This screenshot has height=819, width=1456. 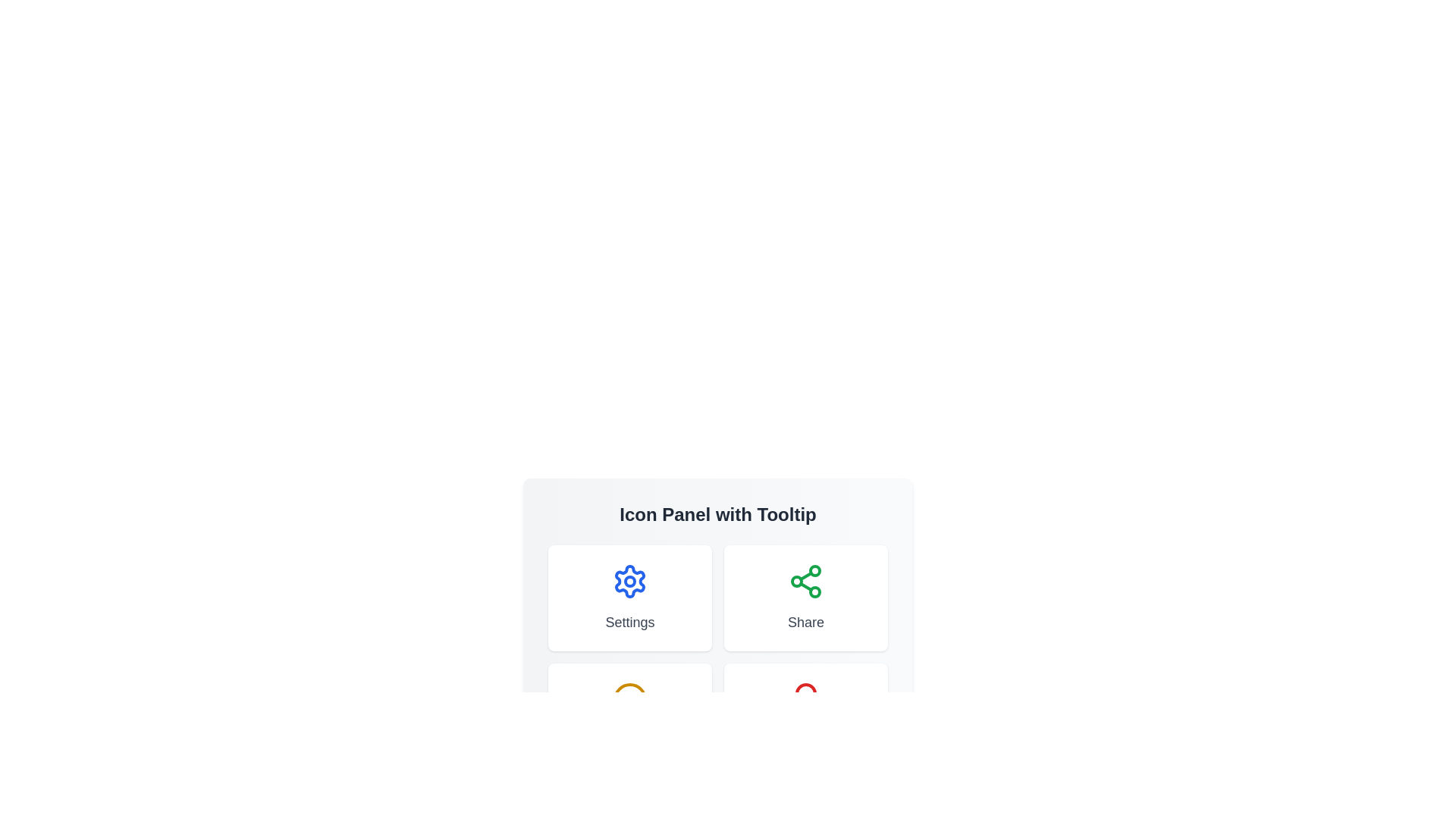 What do you see at coordinates (805, 623) in the screenshot?
I see `the 'Share' static text element, which is styled in light gray and positioned beneath the green sharing icon in the top-right tile of the icon grid` at bounding box center [805, 623].